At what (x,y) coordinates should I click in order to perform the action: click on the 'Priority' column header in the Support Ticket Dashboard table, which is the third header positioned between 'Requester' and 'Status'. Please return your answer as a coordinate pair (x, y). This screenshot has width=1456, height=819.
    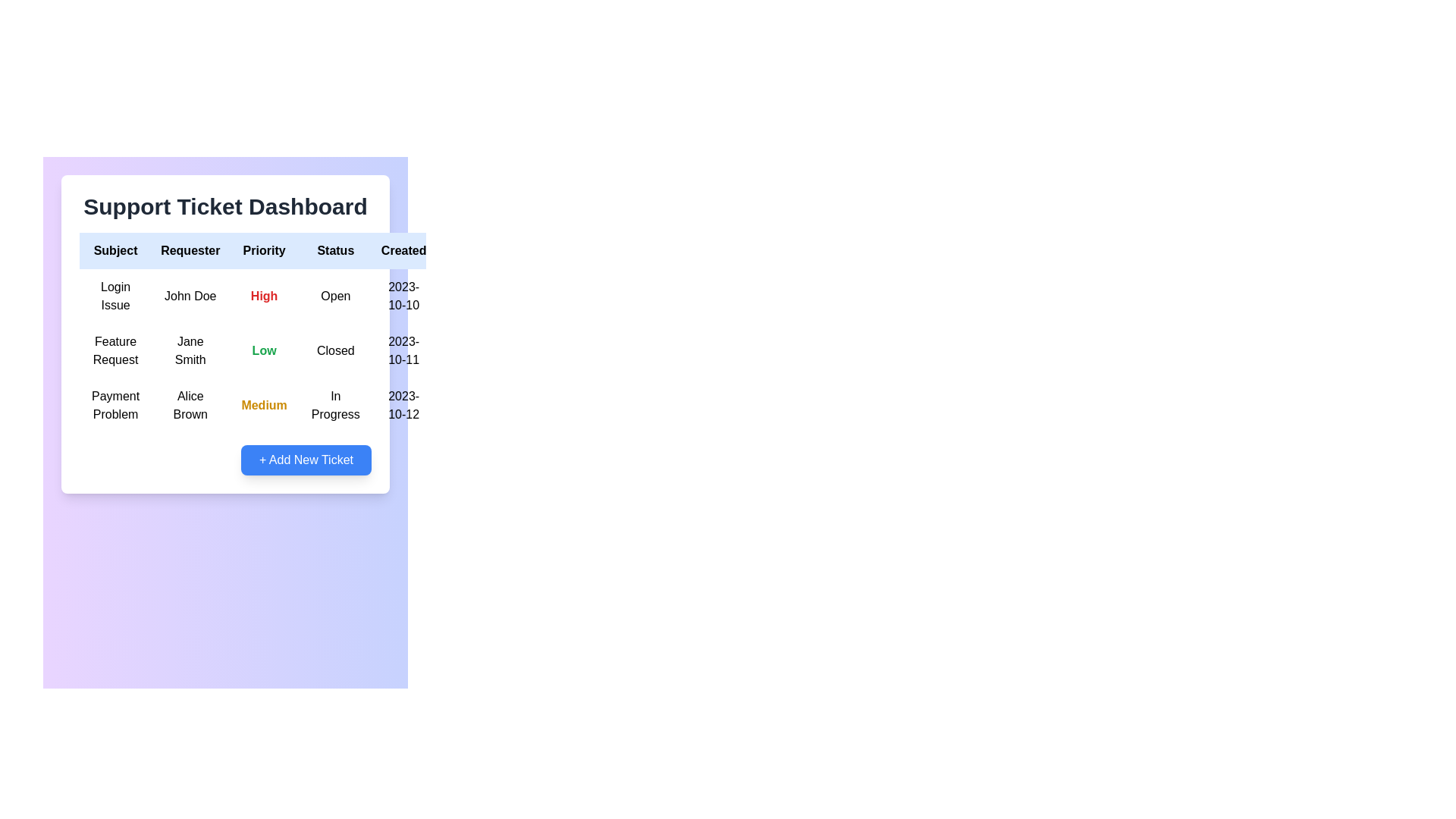
    Looking at the image, I should click on (264, 250).